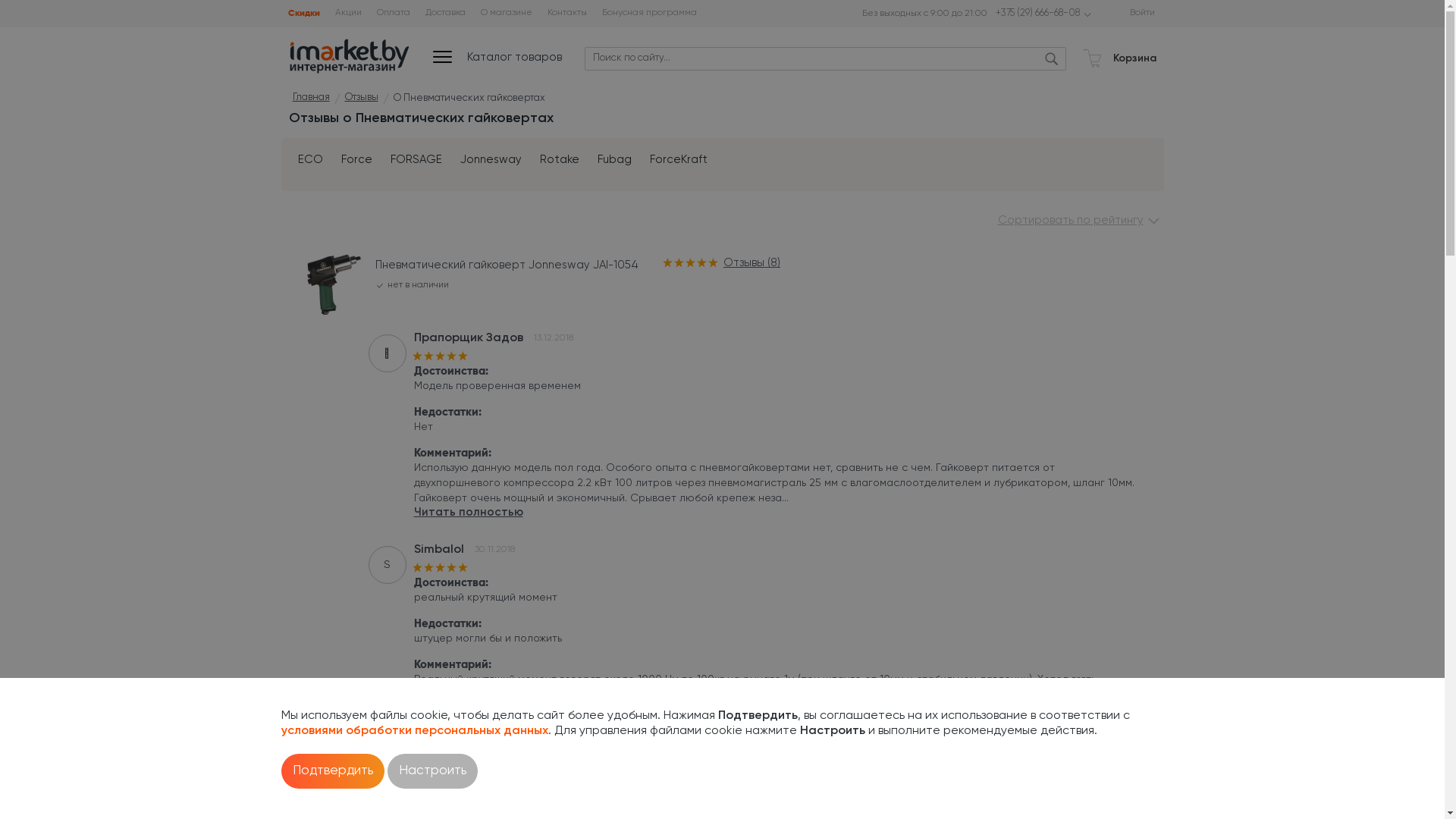 The image size is (1456, 819). Describe the element at coordinates (415, 160) in the screenshot. I see `'FORSAGE'` at that location.